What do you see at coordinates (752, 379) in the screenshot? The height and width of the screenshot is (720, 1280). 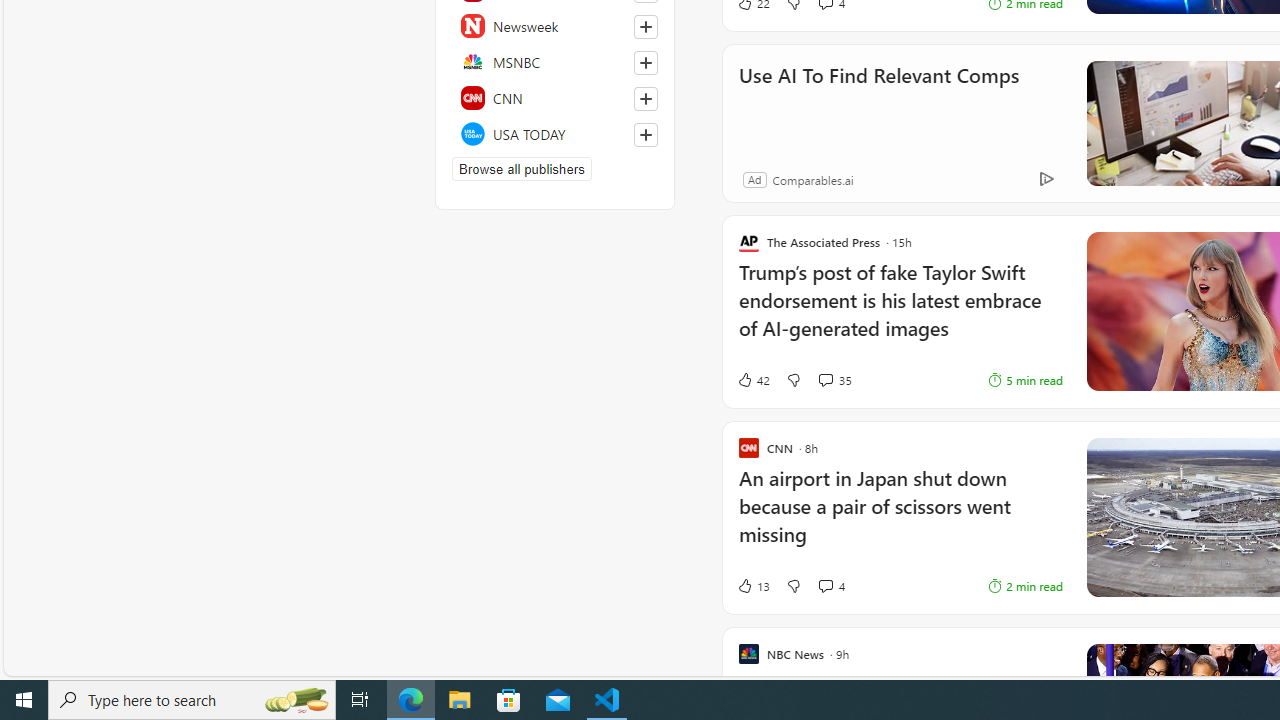 I see `'42 Like'` at bounding box center [752, 379].